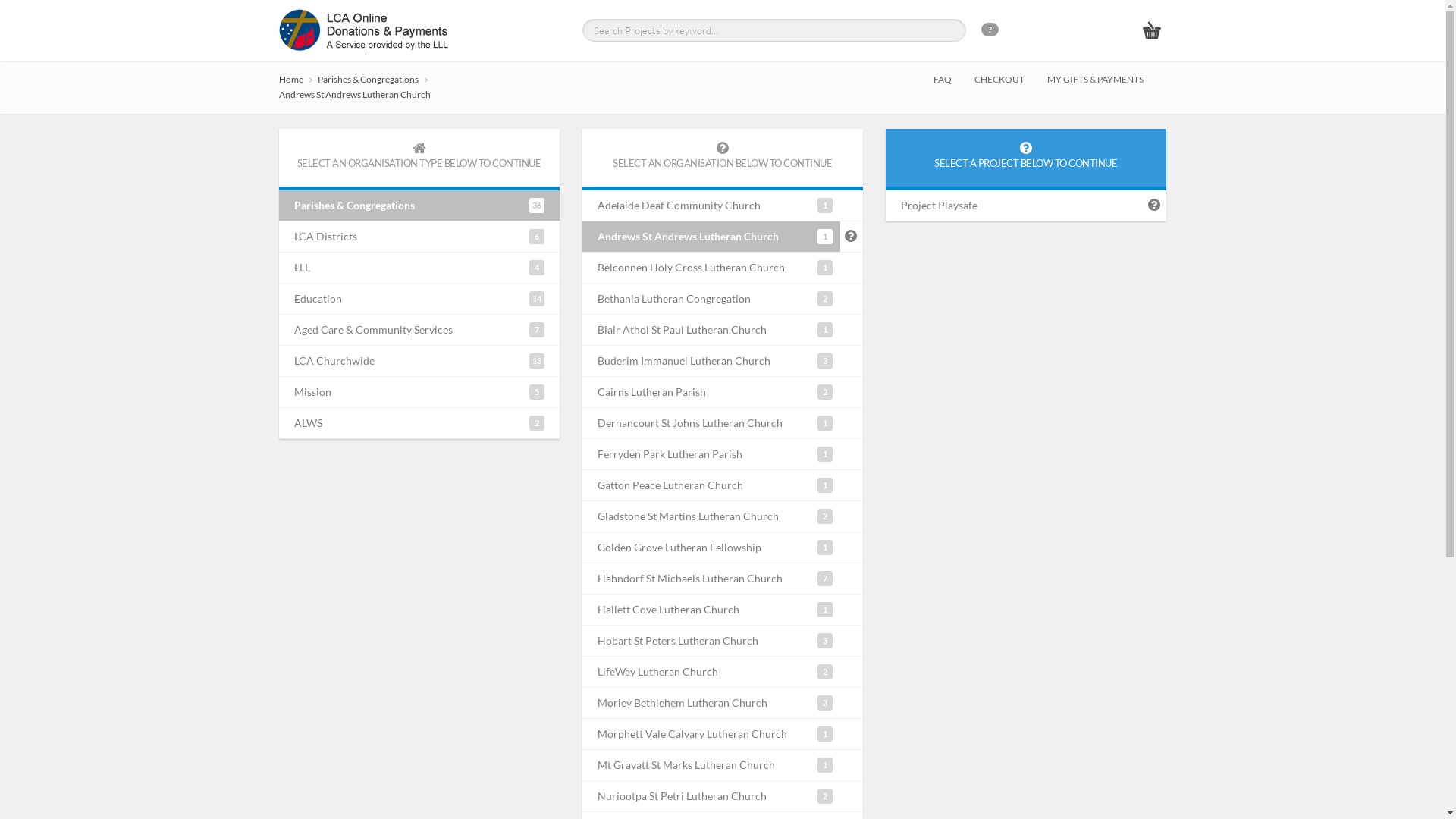 Image resolution: width=1456 pixels, height=819 pixels. What do you see at coordinates (710, 516) in the screenshot?
I see `'2` at bounding box center [710, 516].